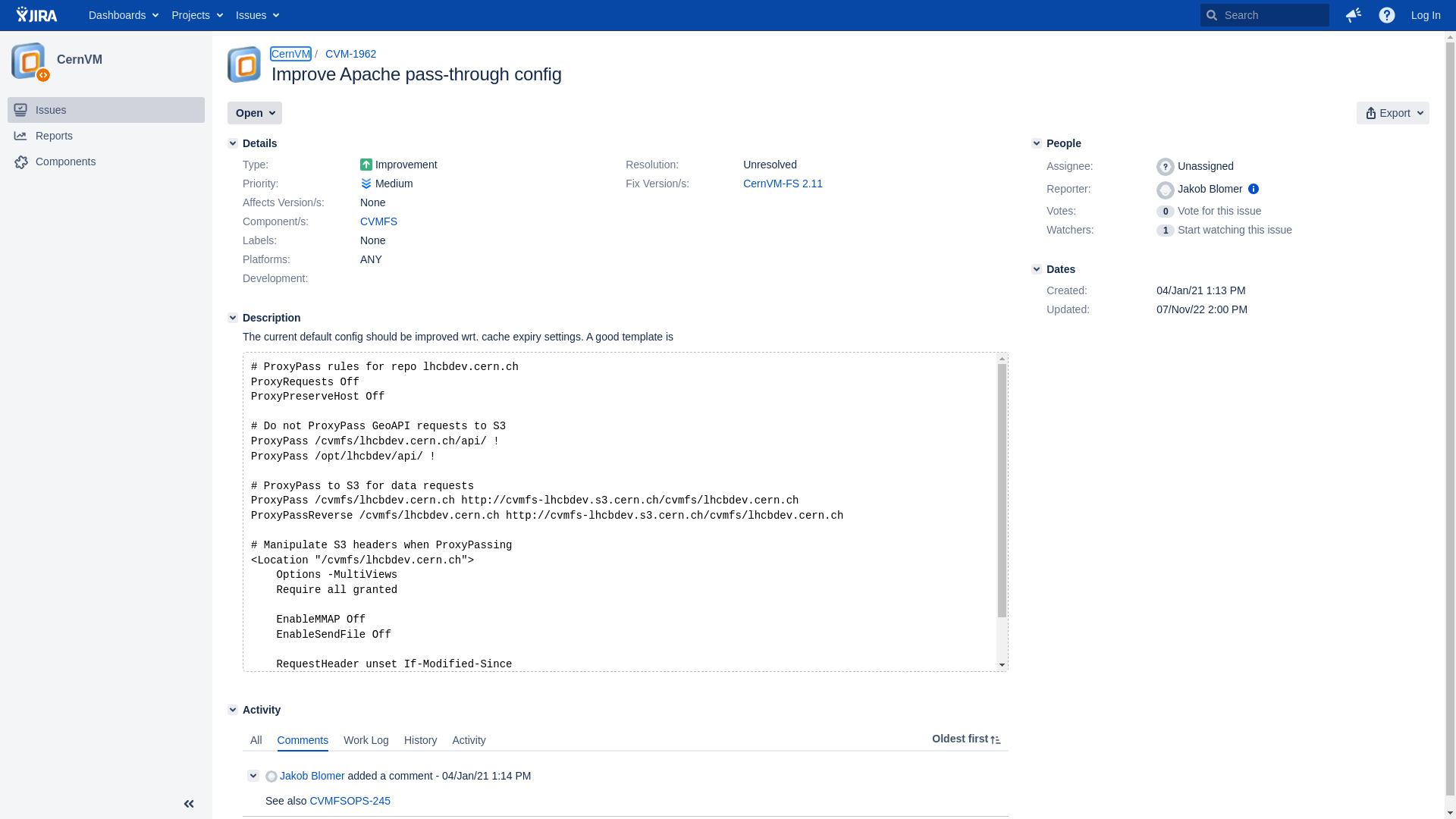 This screenshot has height=819, width=1456. Describe the element at coordinates (255, 112) in the screenshot. I see `'Open'` at that location.